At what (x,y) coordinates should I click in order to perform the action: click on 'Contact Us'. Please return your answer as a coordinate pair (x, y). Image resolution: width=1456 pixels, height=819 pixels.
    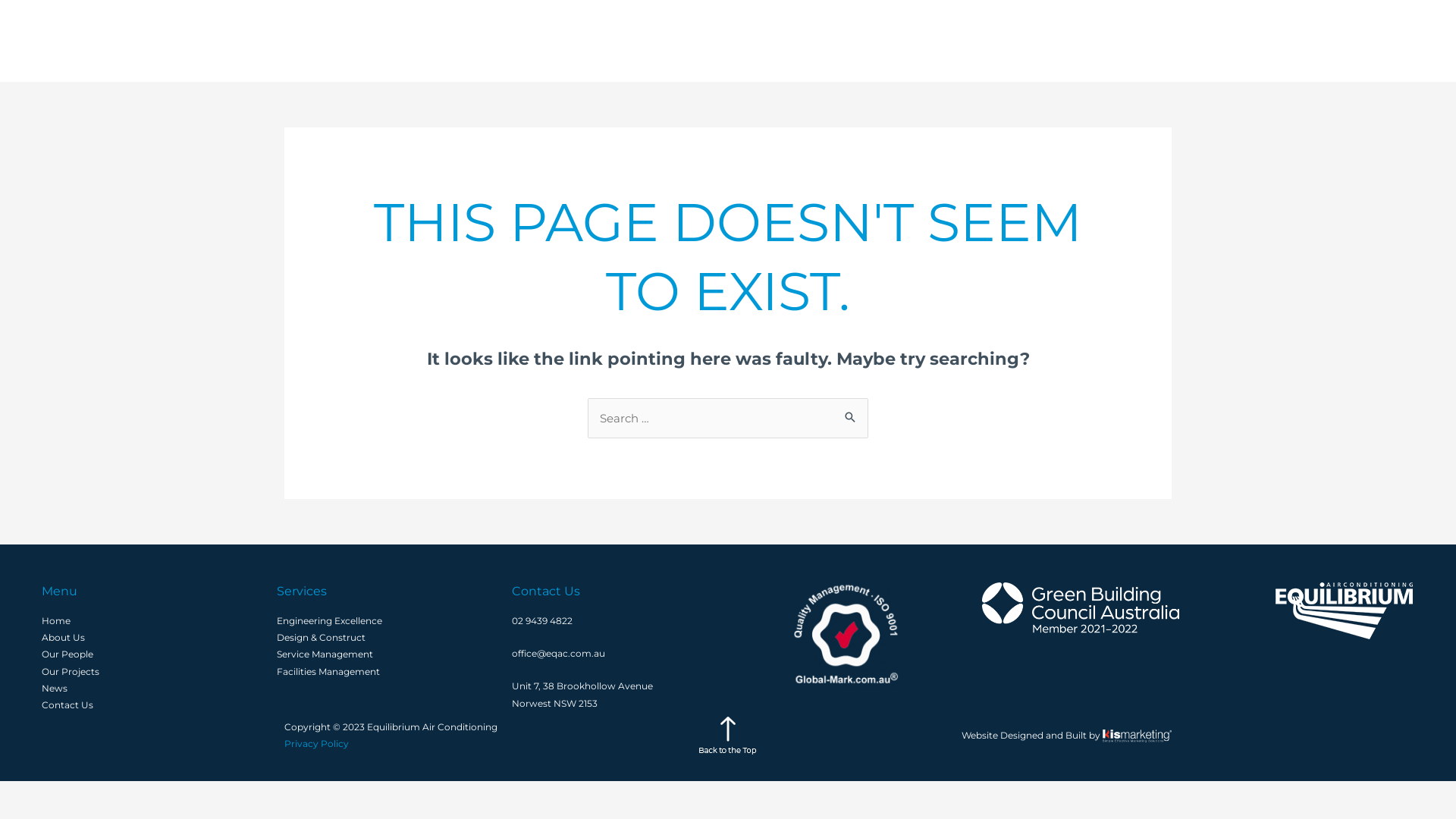
    Looking at the image, I should click on (1354, 40).